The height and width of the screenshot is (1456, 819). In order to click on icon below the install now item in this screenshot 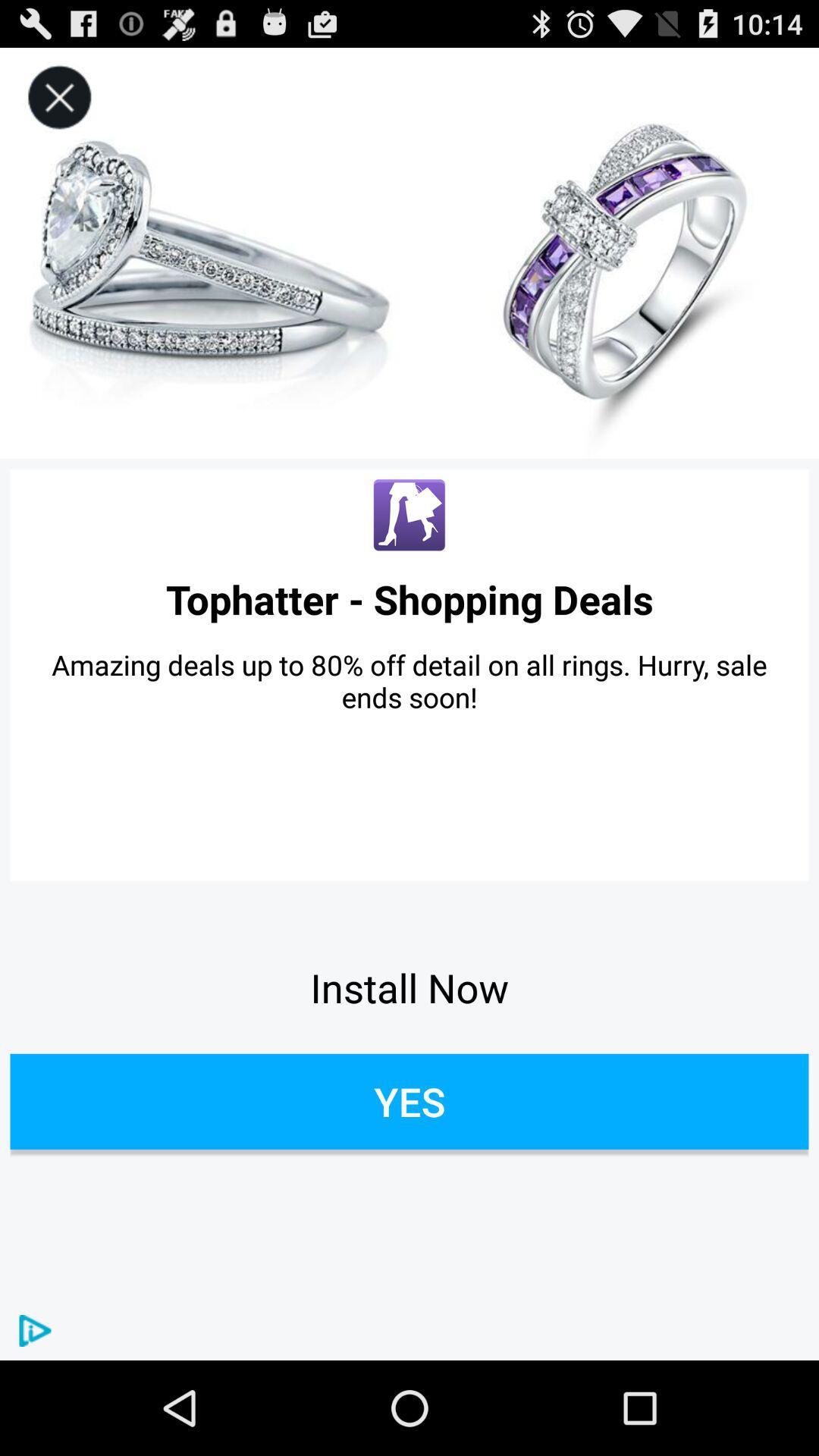, I will do `click(409, 1101)`.